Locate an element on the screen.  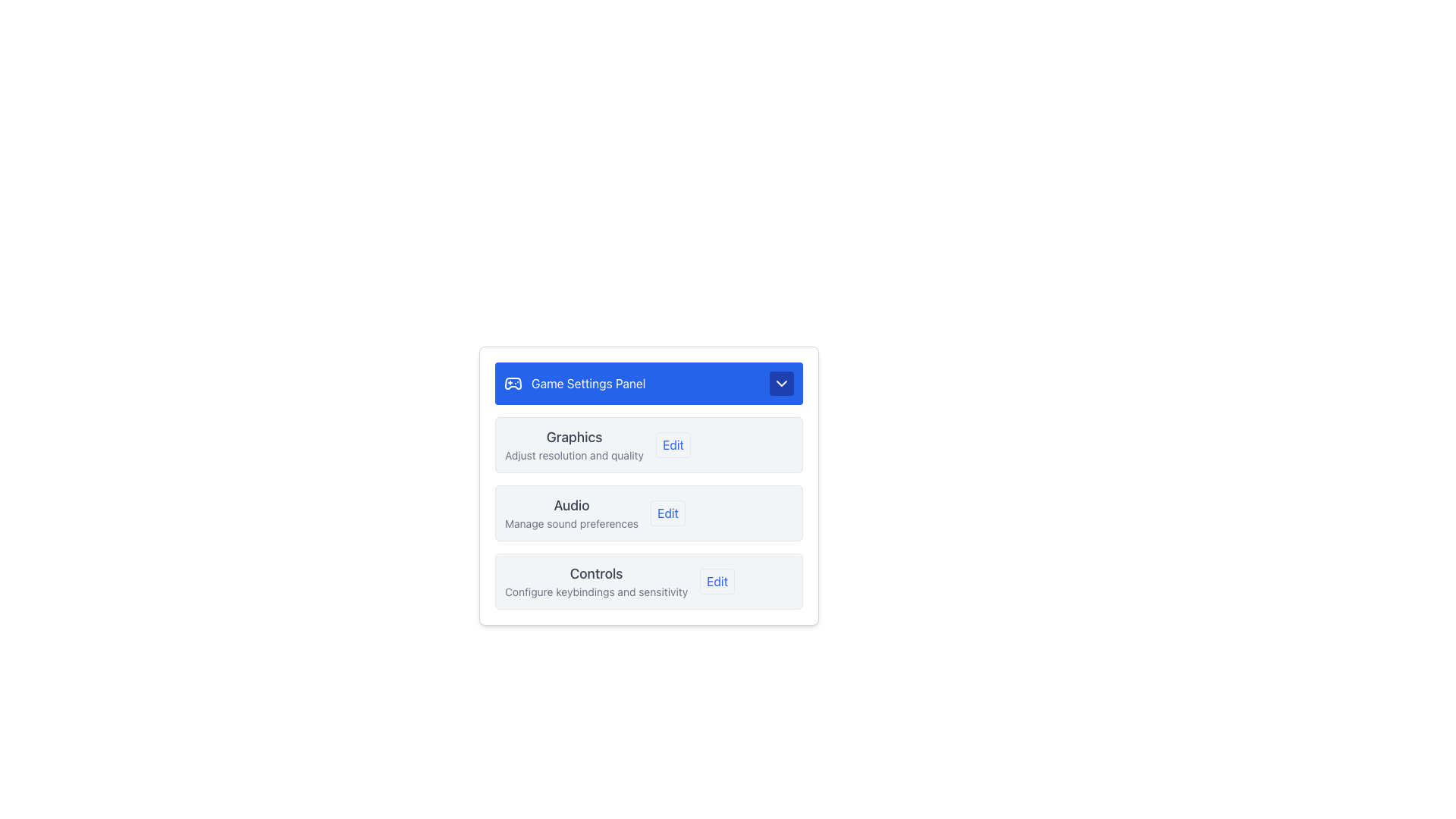
the button on the rightmost side of the 'Game Settings Panel' header to observe visual changes is located at coordinates (782, 382).